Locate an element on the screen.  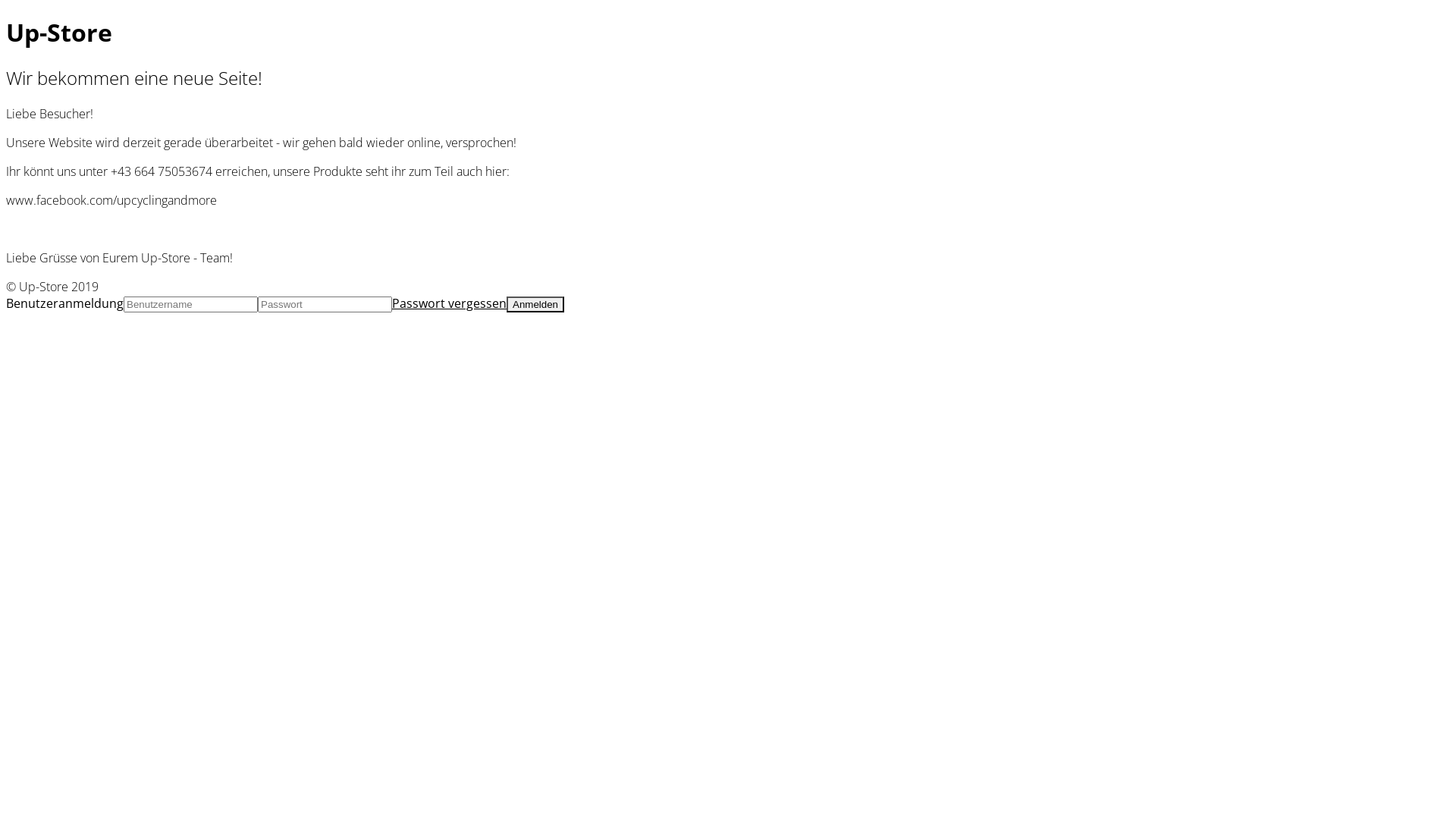
'Passwort vergessen' is located at coordinates (448, 303).